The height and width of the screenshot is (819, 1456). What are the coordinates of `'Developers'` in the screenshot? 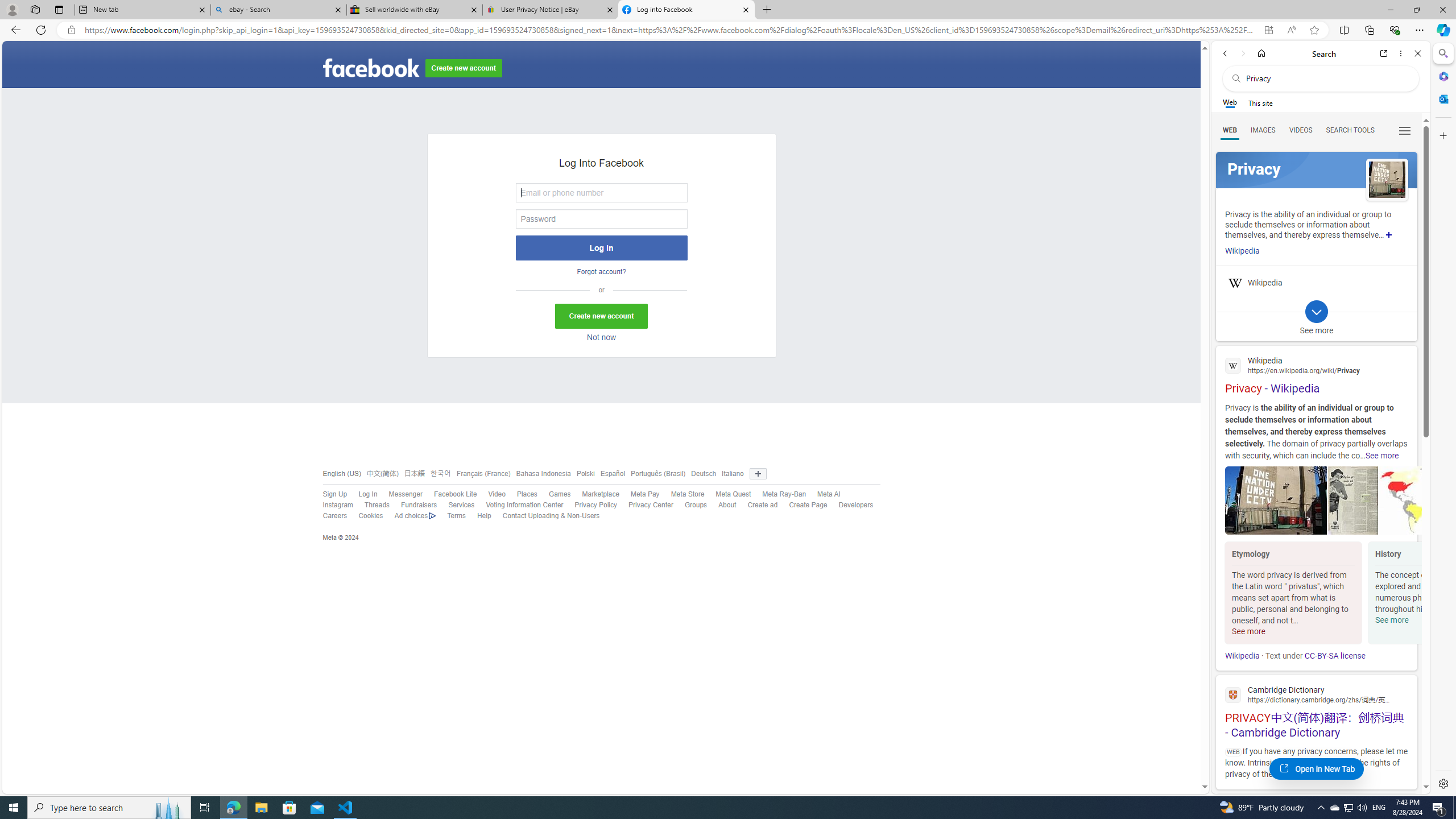 It's located at (850, 505).